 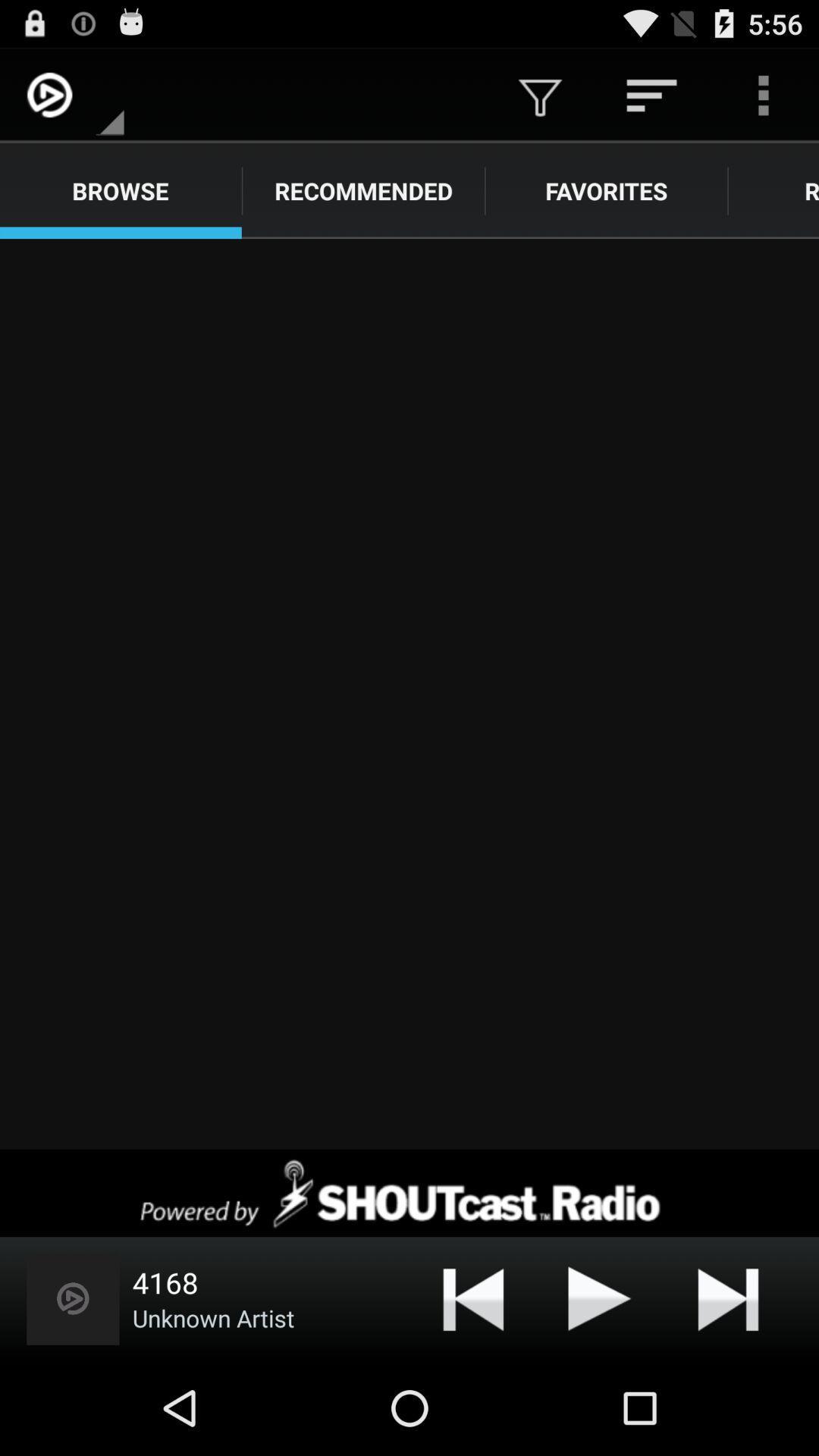 I want to click on beginning or previous, so click(x=472, y=1298).